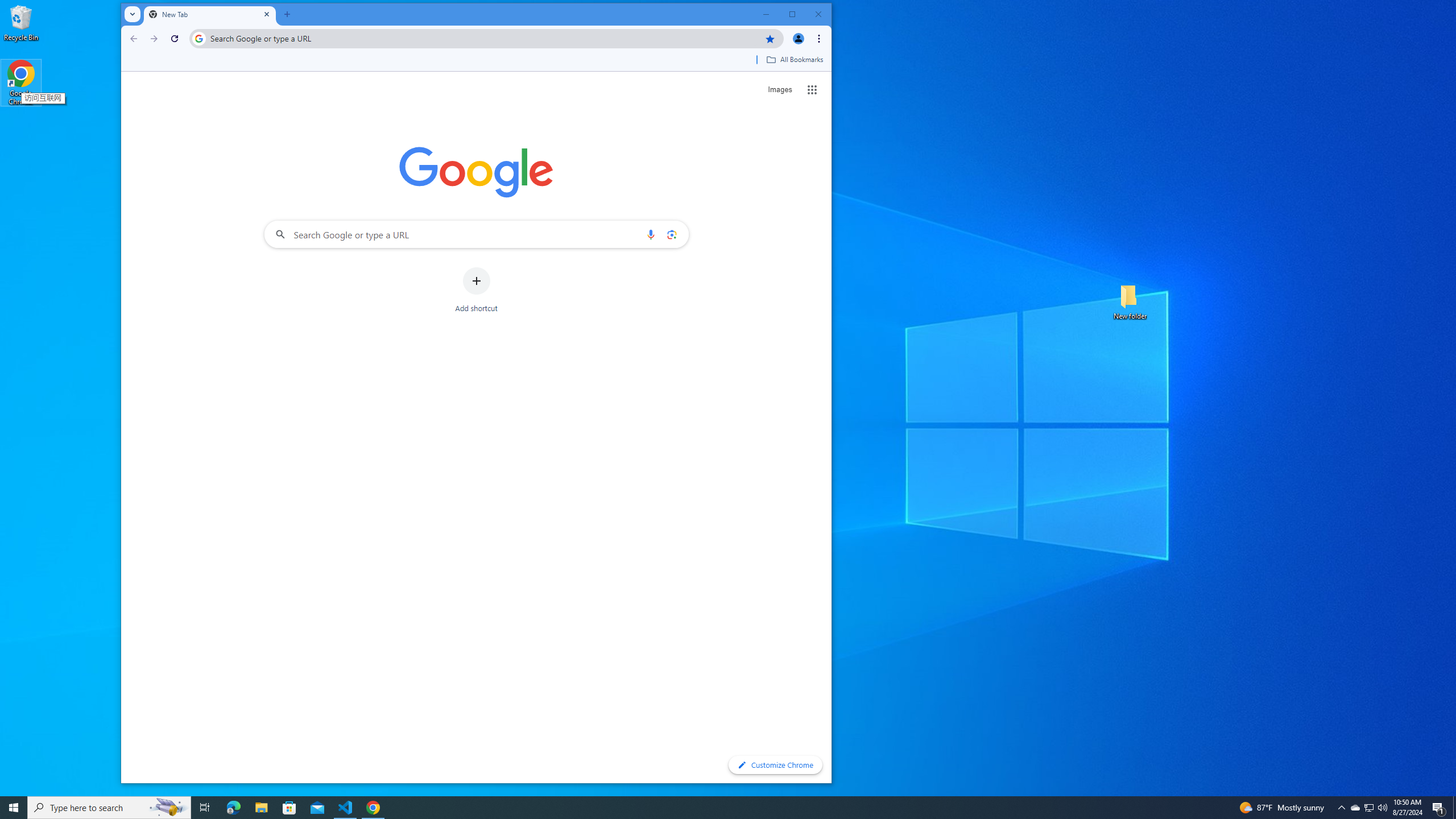 Image resolution: width=1456 pixels, height=819 pixels. Describe the element at coordinates (1130, 300) in the screenshot. I see `'New folder'` at that location.